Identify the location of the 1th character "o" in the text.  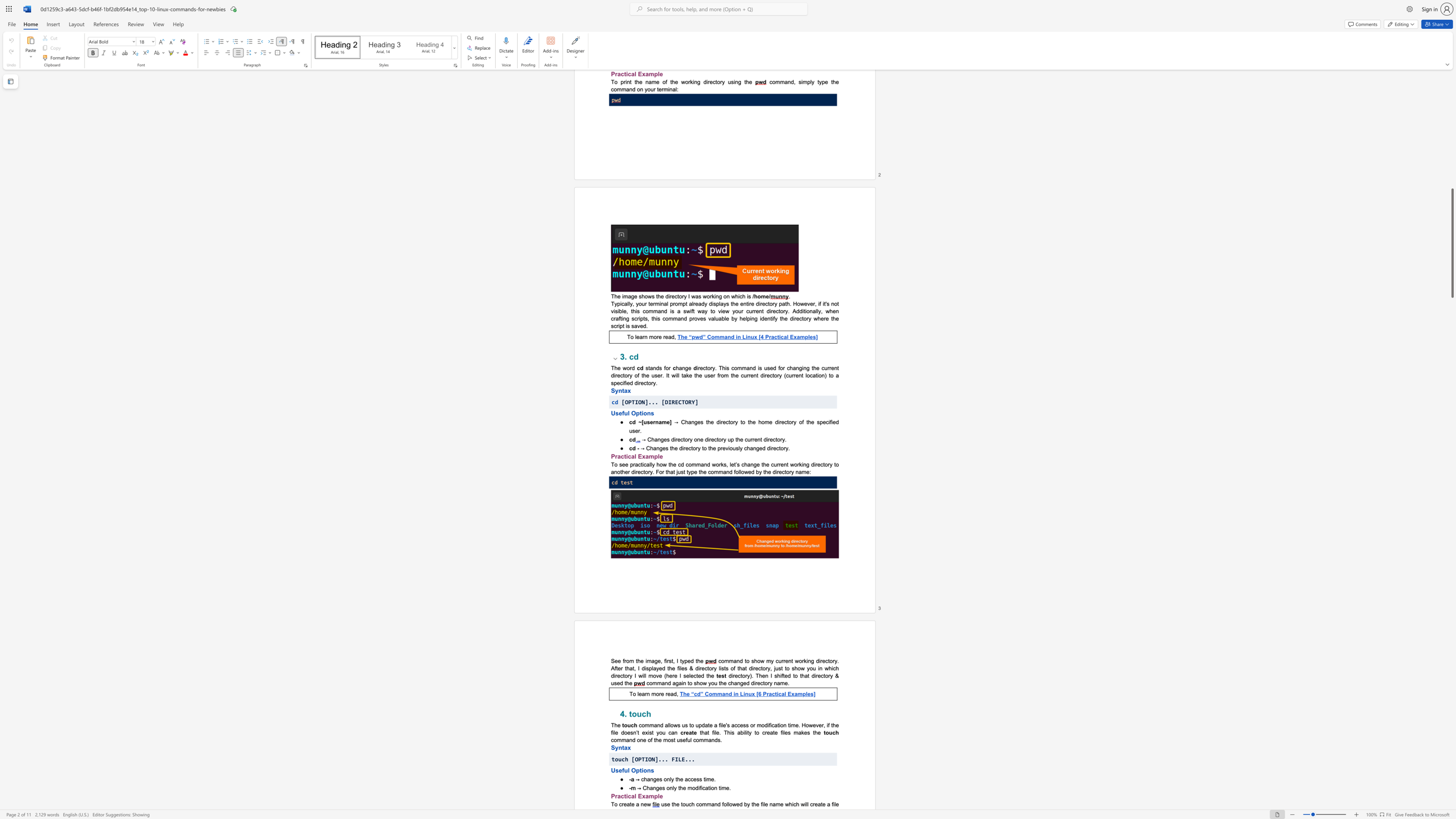
(643, 724).